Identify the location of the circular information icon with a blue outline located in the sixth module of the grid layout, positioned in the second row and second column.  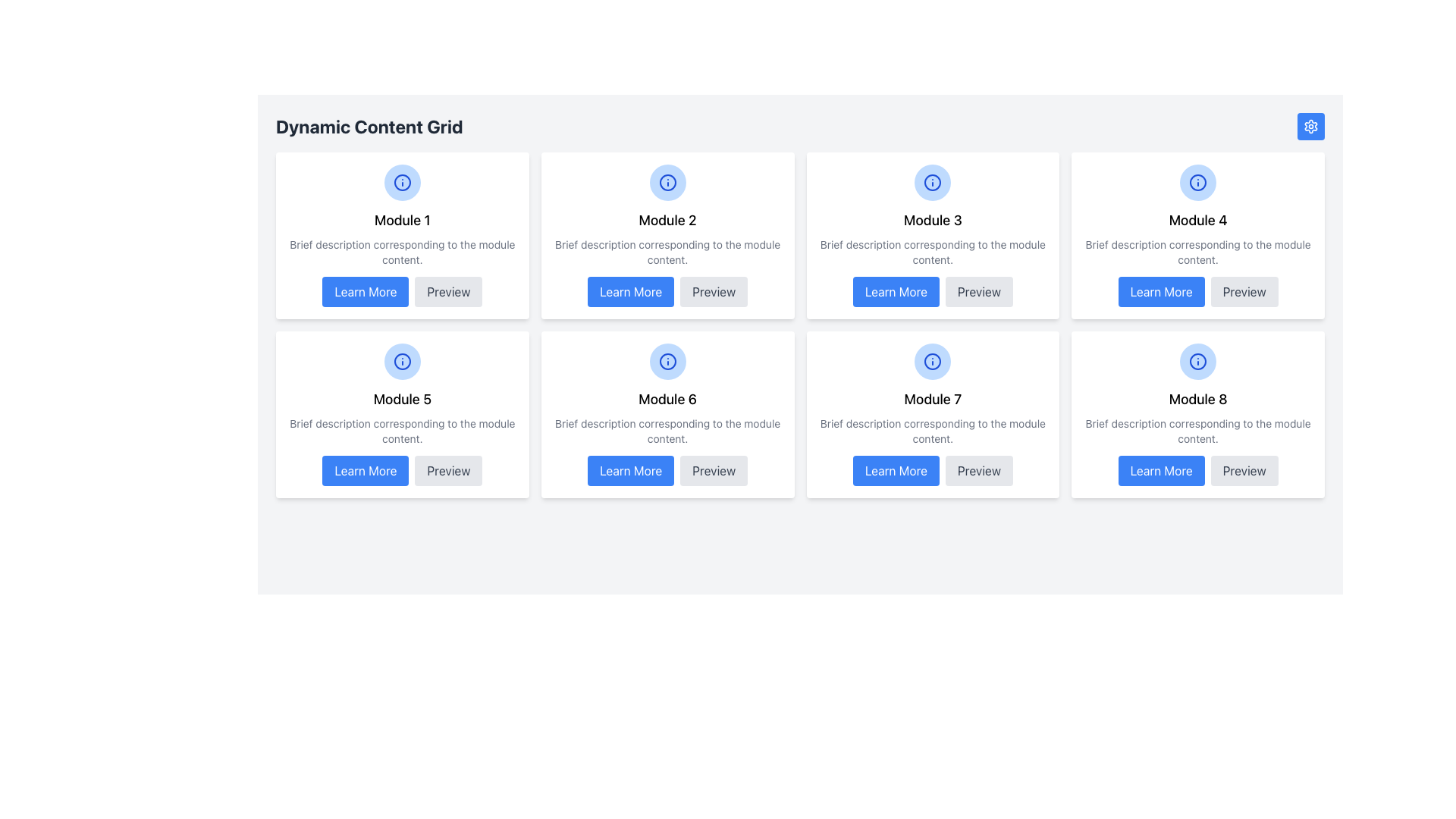
(667, 362).